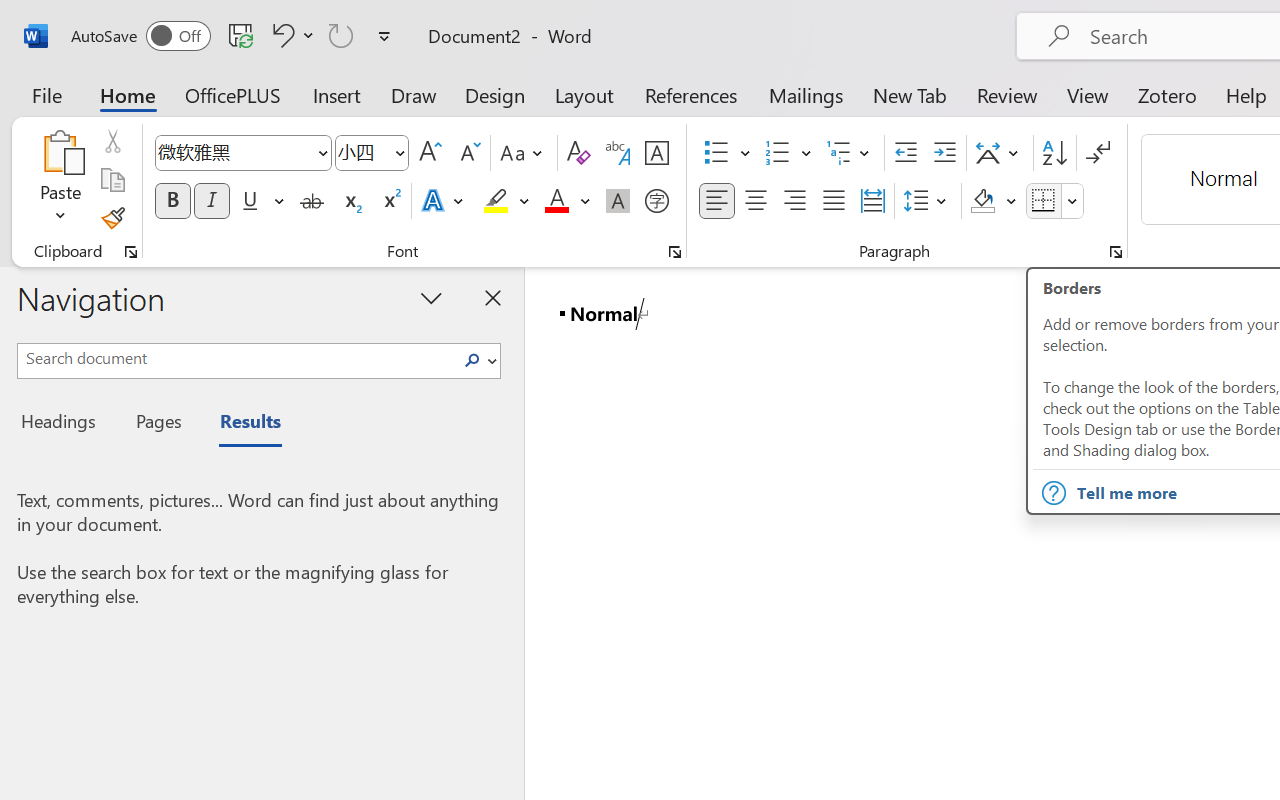  What do you see at coordinates (943, 153) in the screenshot?
I see `'Increase Indent'` at bounding box center [943, 153].